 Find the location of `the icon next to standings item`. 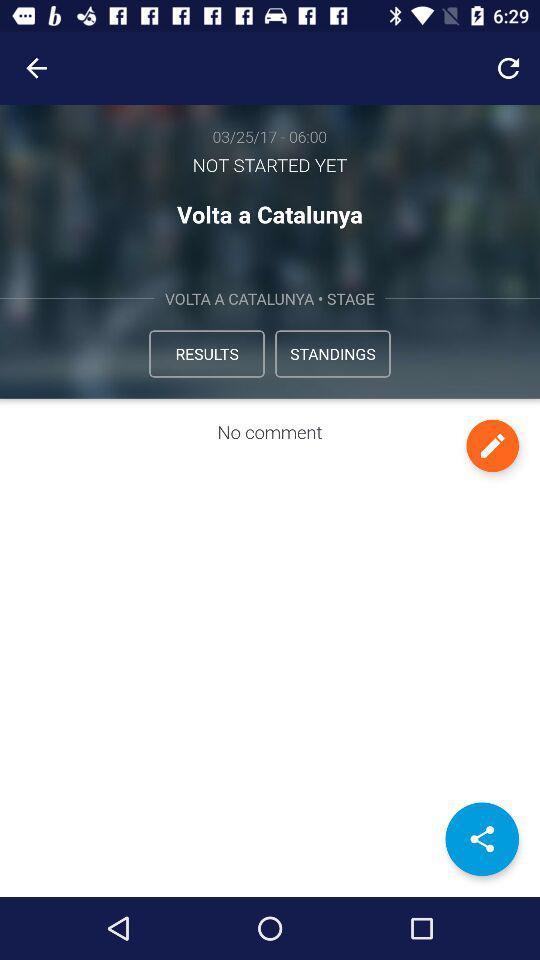

the icon next to standings item is located at coordinates (205, 353).